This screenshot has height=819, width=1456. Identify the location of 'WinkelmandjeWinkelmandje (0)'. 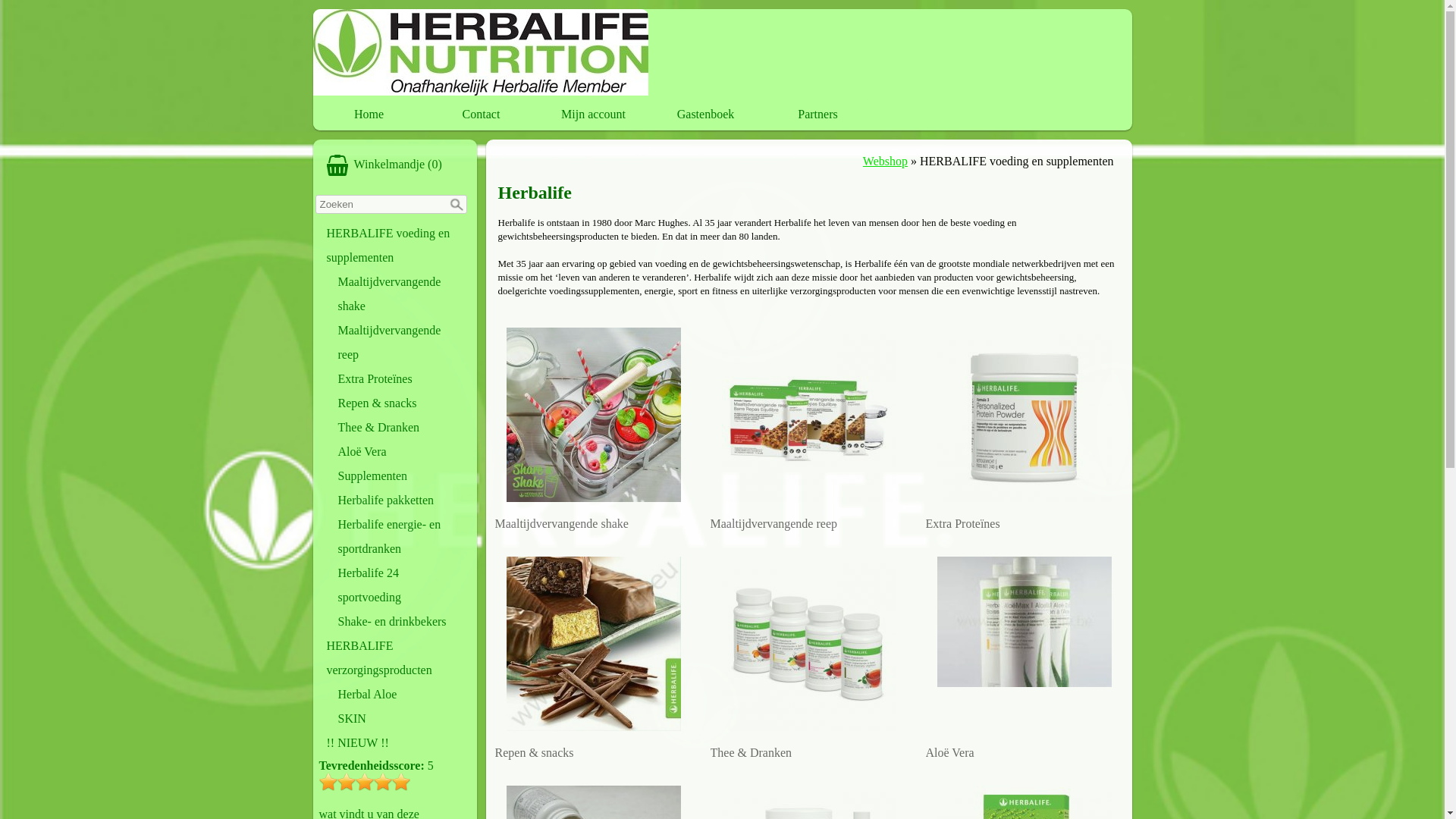
(395, 165).